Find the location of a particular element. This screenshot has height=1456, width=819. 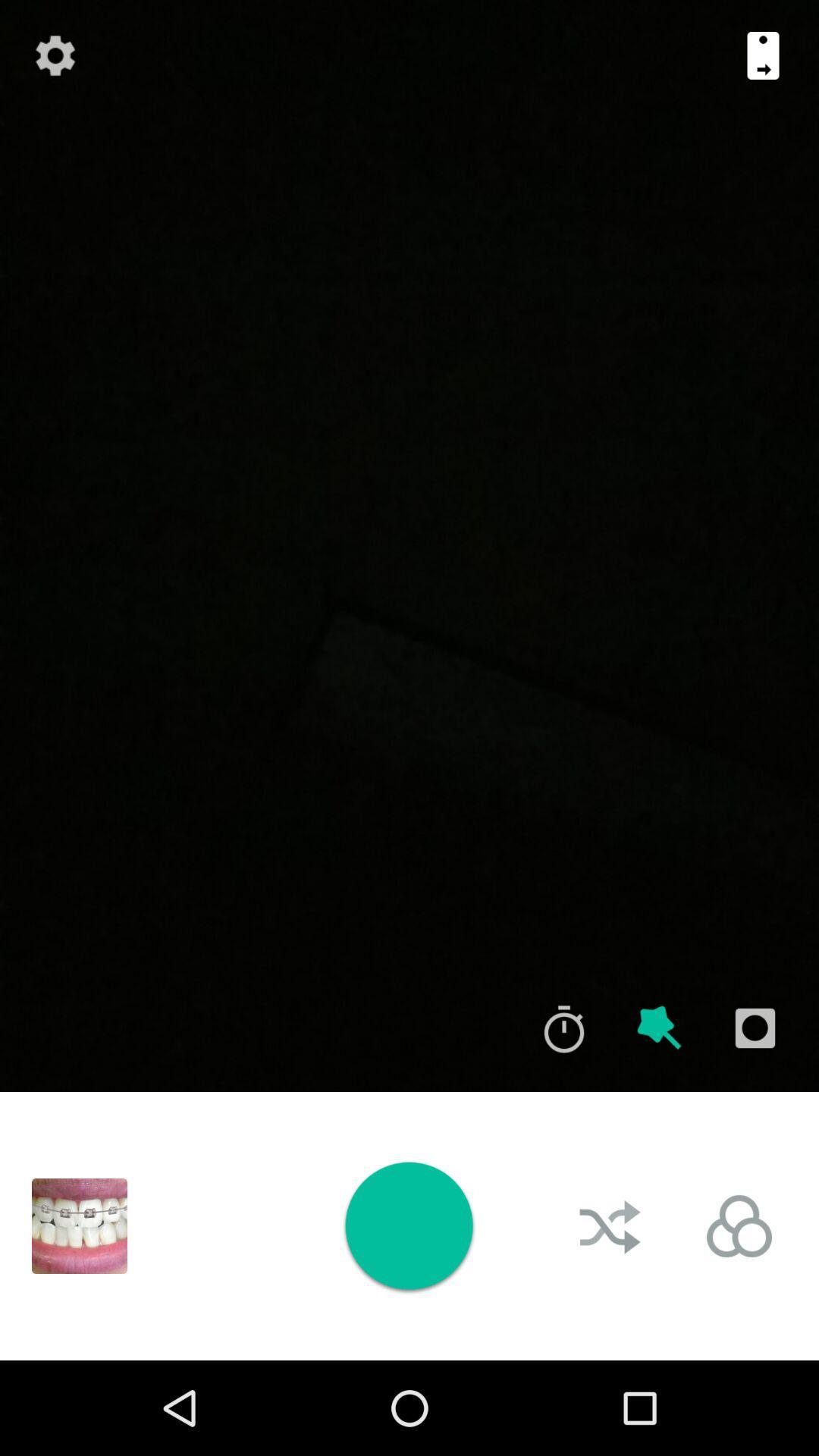

the time icon is located at coordinates (564, 1100).